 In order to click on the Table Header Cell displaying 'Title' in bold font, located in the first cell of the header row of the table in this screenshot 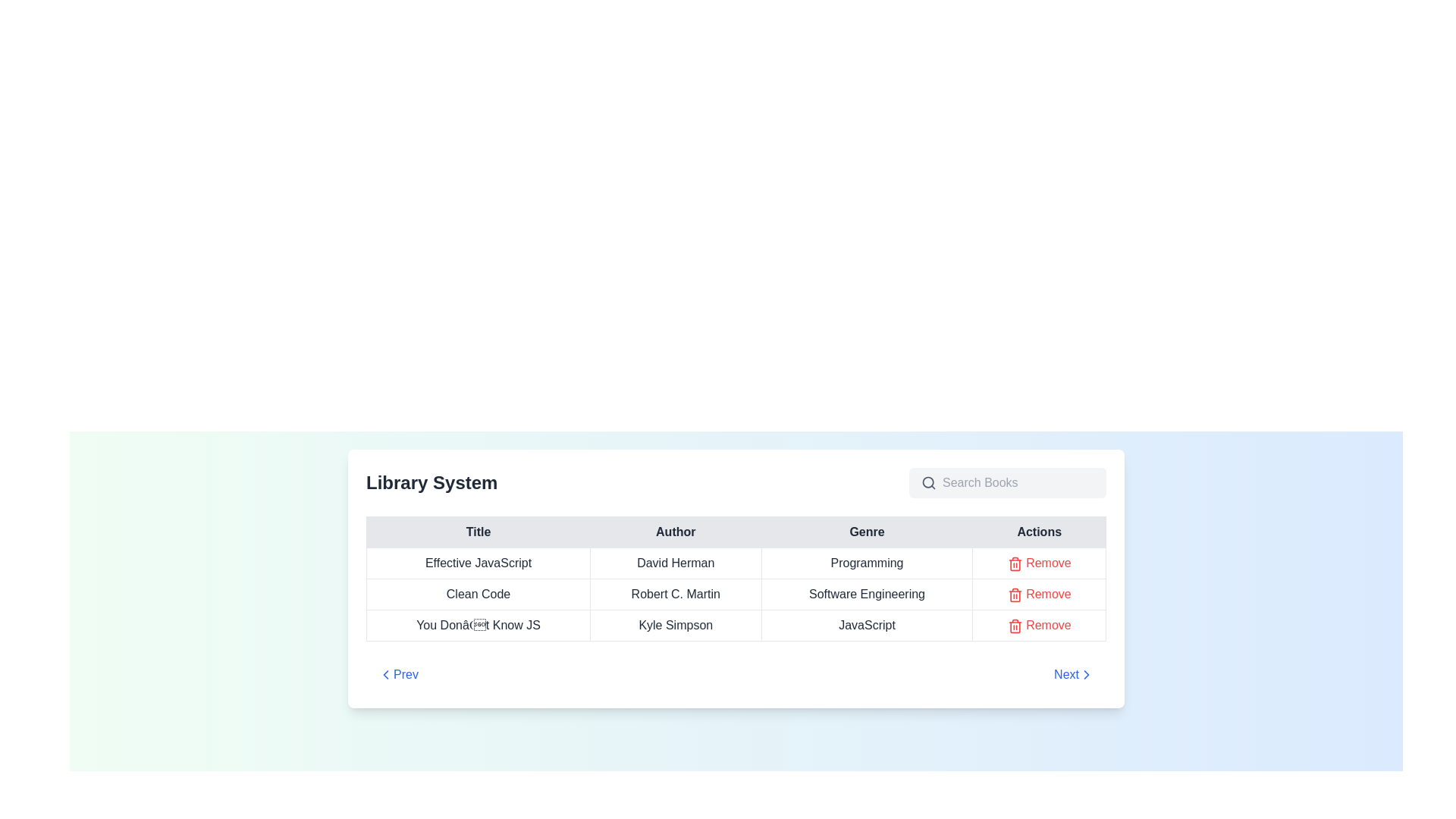, I will do `click(478, 532)`.